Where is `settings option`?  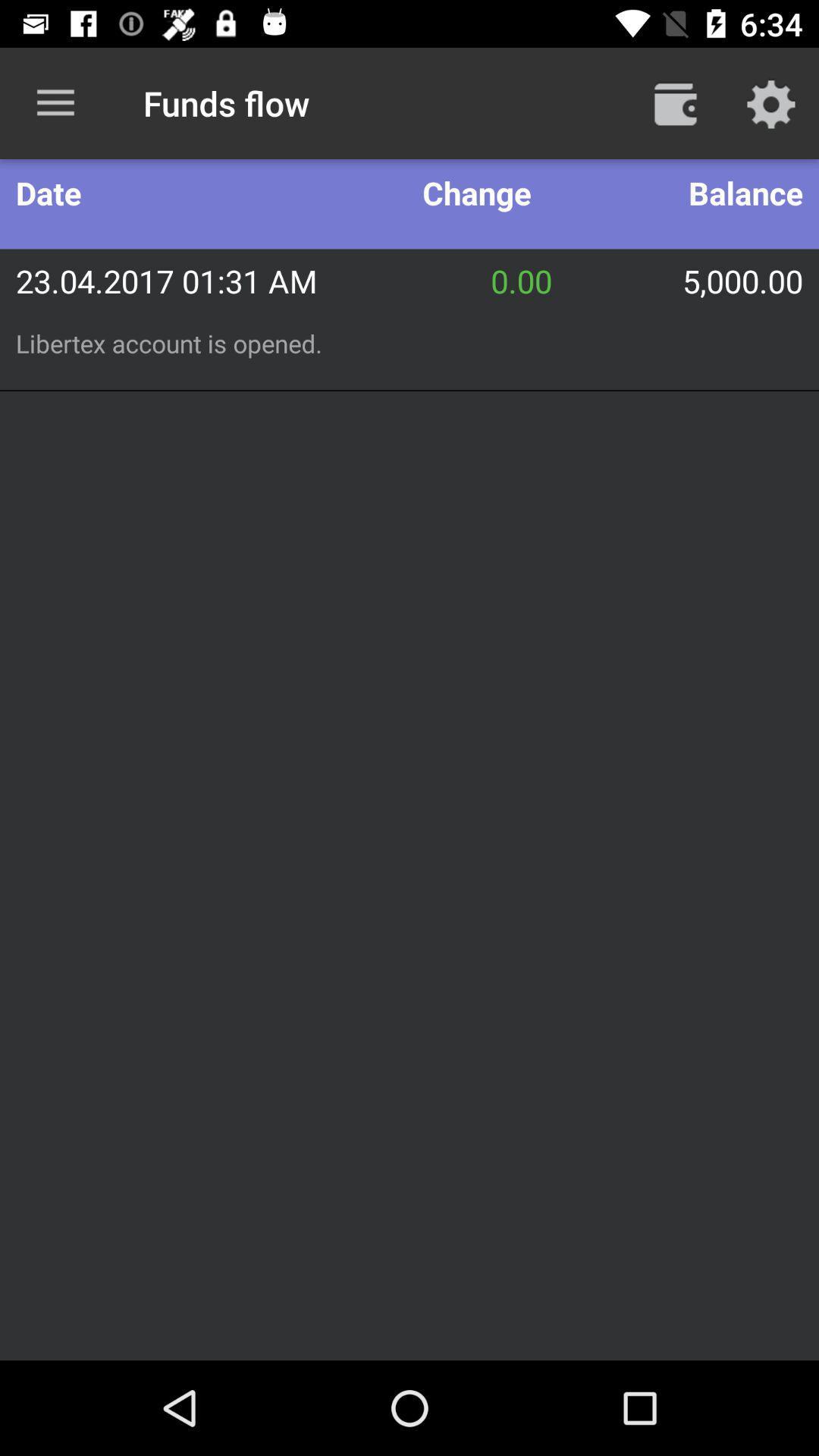 settings option is located at coordinates (771, 102).